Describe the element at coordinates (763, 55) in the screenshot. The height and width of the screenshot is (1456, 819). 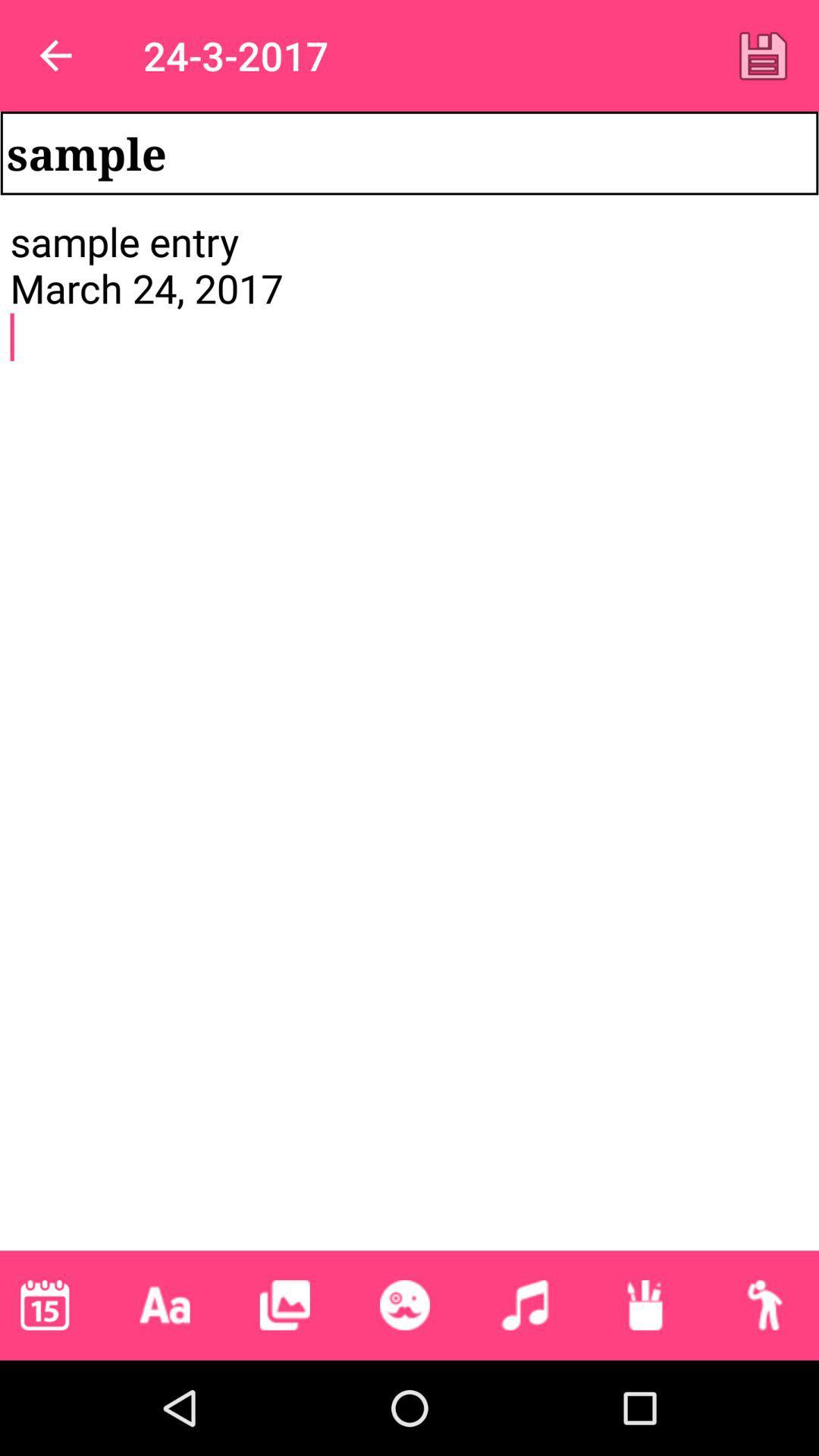
I see `the icon next to 24-3-2017 app` at that location.